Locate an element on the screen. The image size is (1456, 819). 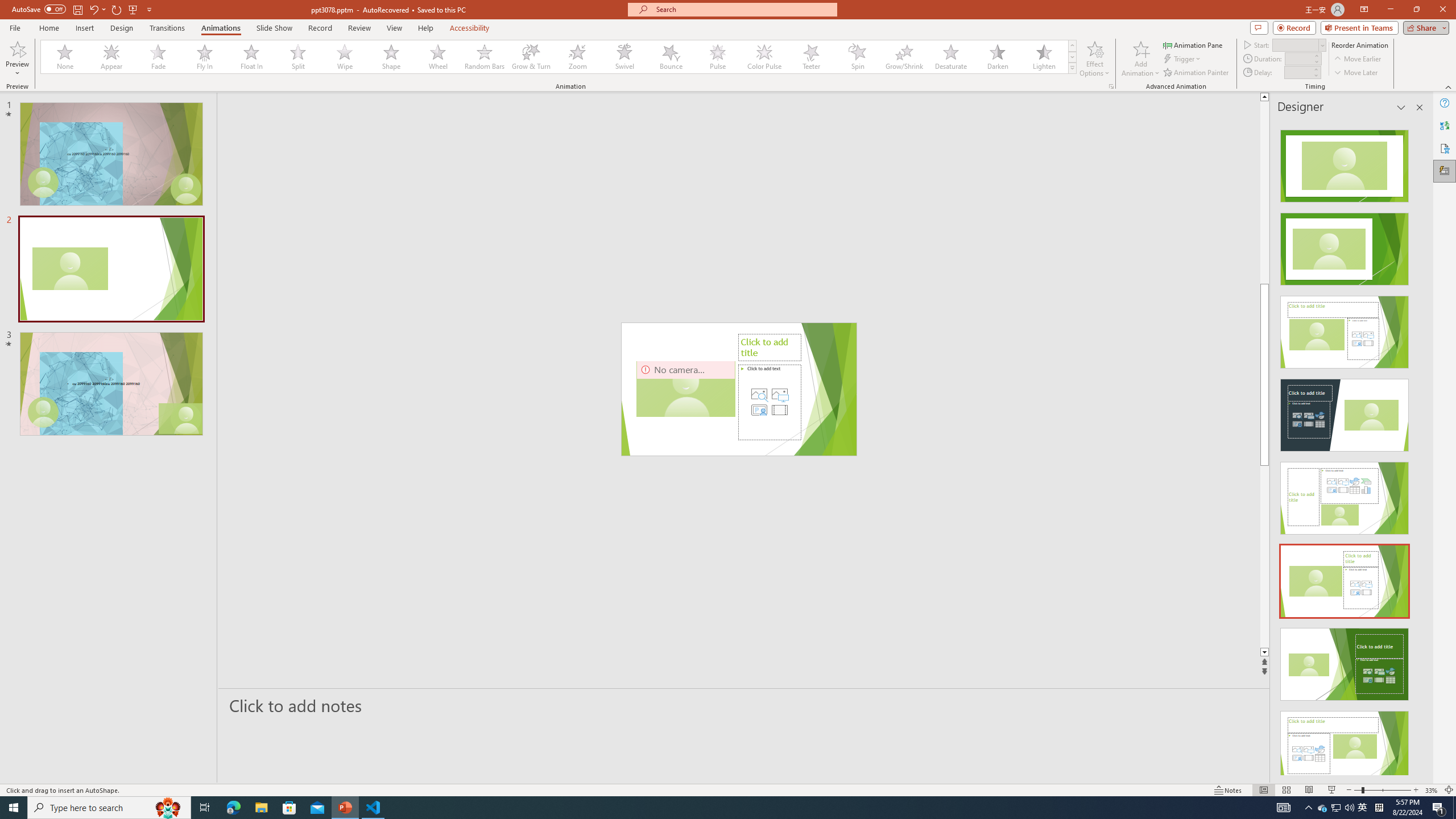
'Shape' is located at coordinates (391, 56).